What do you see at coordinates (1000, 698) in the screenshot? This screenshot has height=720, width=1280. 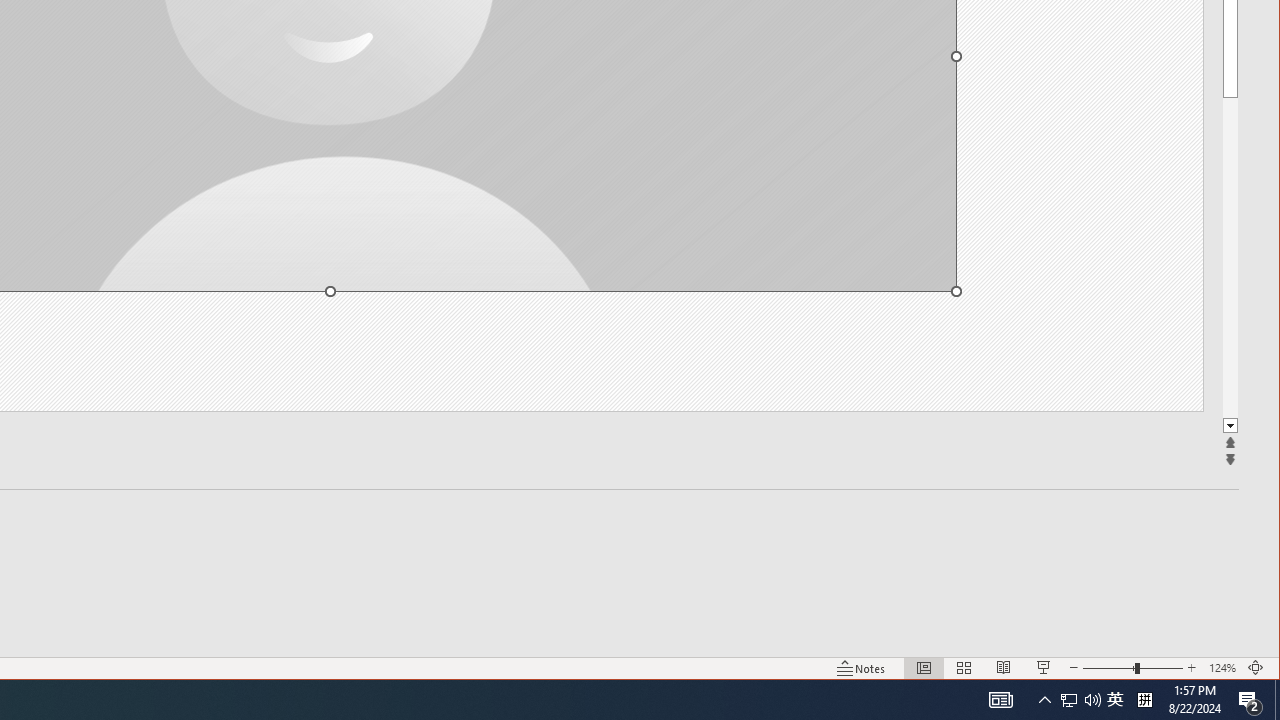 I see `'AutomationID: 4105'` at bounding box center [1000, 698].